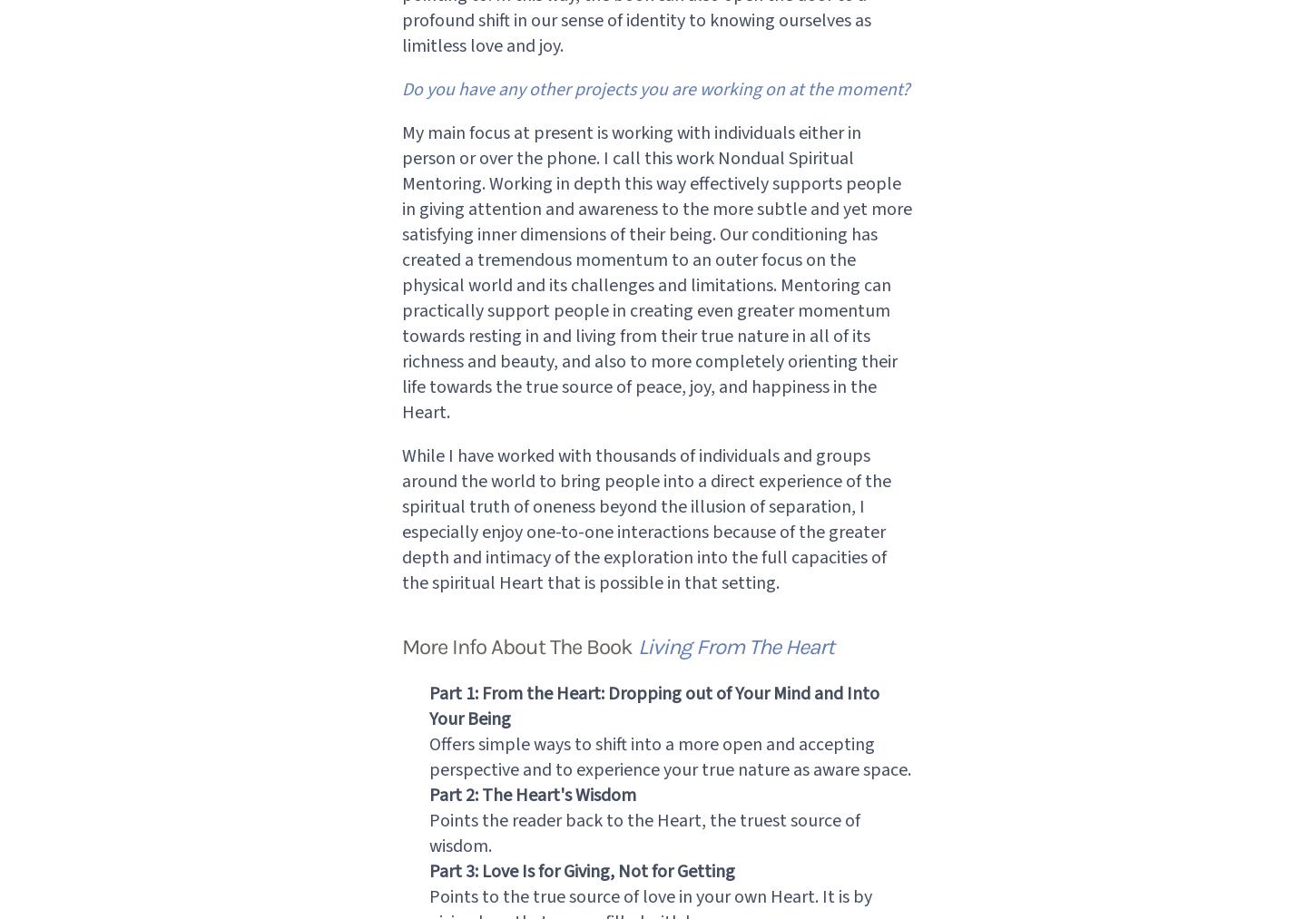 The height and width of the screenshot is (919, 1316). I want to click on 'Part 3:', so click(452, 871).